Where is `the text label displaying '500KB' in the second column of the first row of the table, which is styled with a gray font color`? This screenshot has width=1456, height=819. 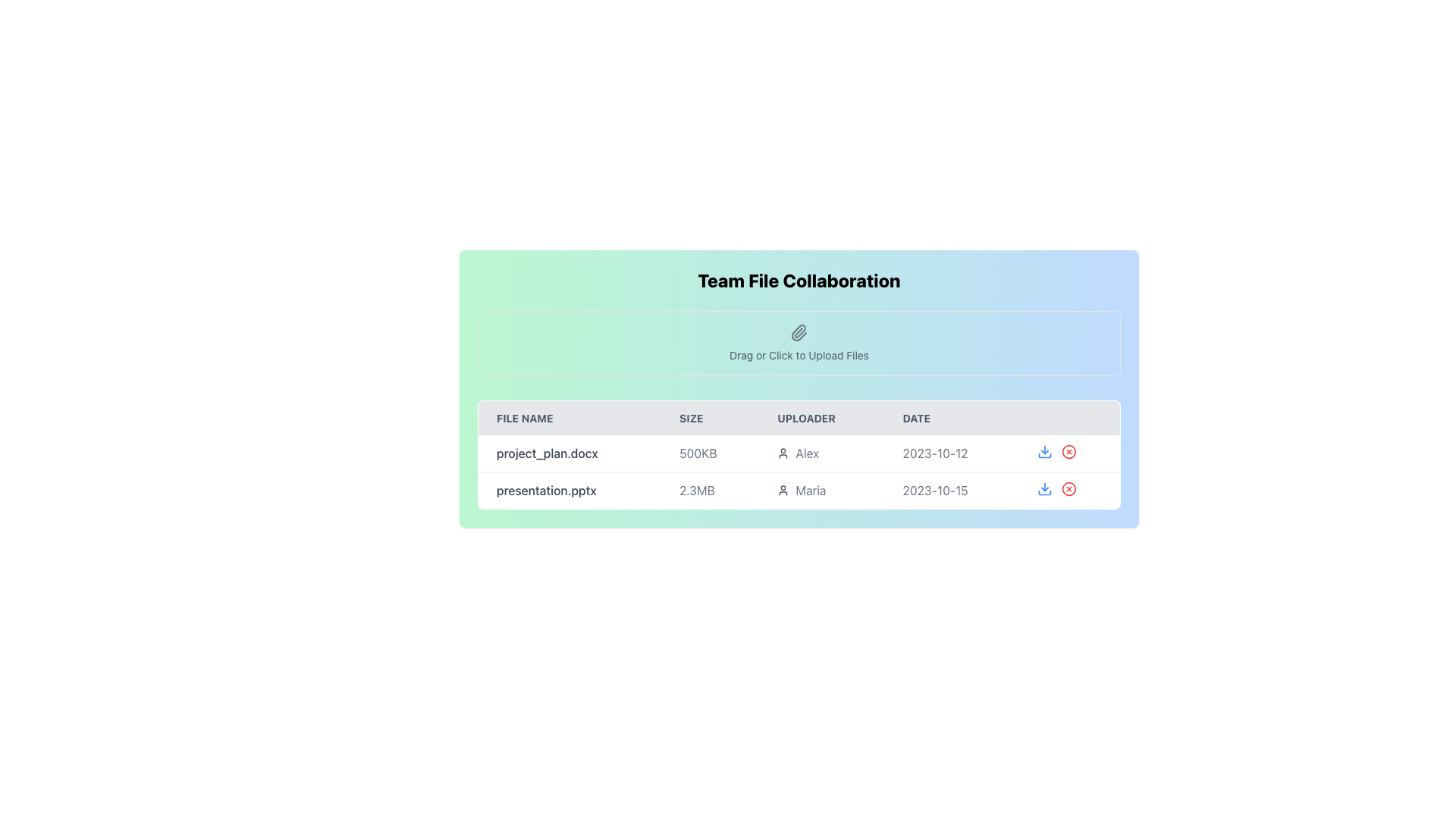 the text label displaying '500KB' in the second column of the first row of the table, which is styled with a gray font color is located at coordinates (709, 453).